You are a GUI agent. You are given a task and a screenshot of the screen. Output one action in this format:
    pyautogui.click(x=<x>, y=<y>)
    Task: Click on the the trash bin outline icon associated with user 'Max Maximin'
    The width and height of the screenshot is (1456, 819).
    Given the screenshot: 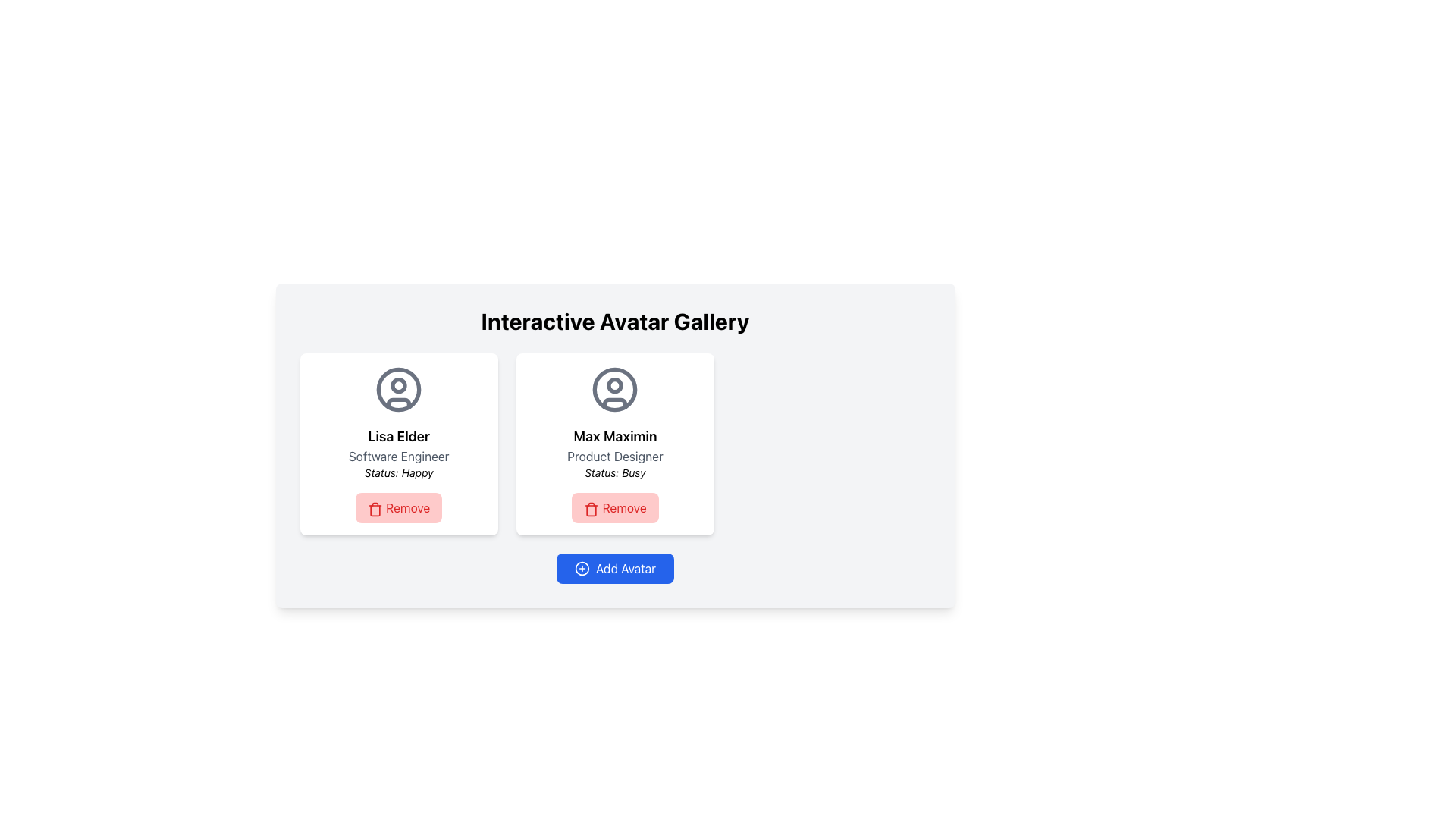 What is the action you would take?
    pyautogui.click(x=591, y=510)
    